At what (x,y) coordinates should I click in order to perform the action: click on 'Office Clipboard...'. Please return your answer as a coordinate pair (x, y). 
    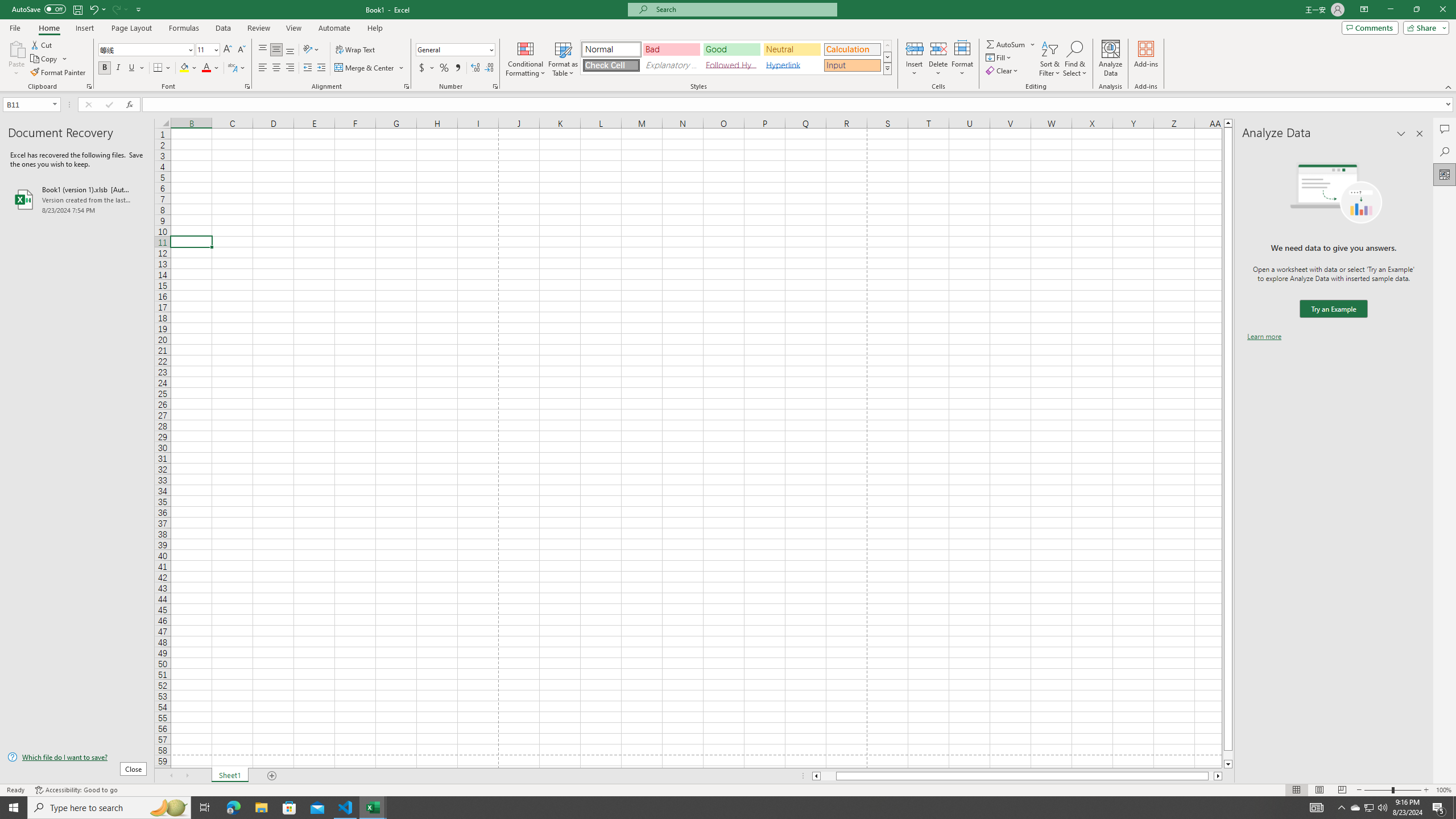
    Looking at the image, I should click on (88, 85).